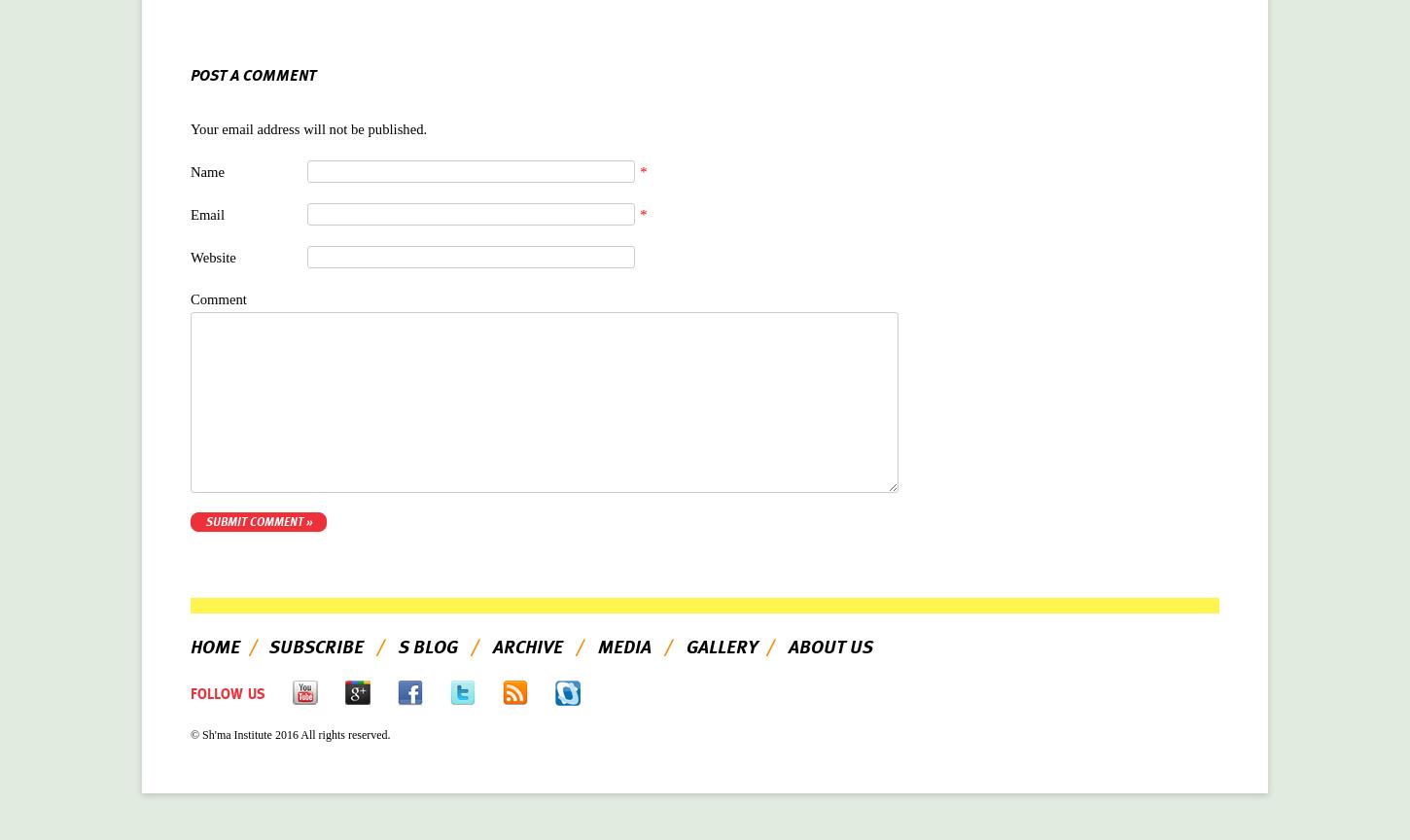  I want to click on '© Sh'ma Institute 2016 All rights reserved.', so click(290, 735).